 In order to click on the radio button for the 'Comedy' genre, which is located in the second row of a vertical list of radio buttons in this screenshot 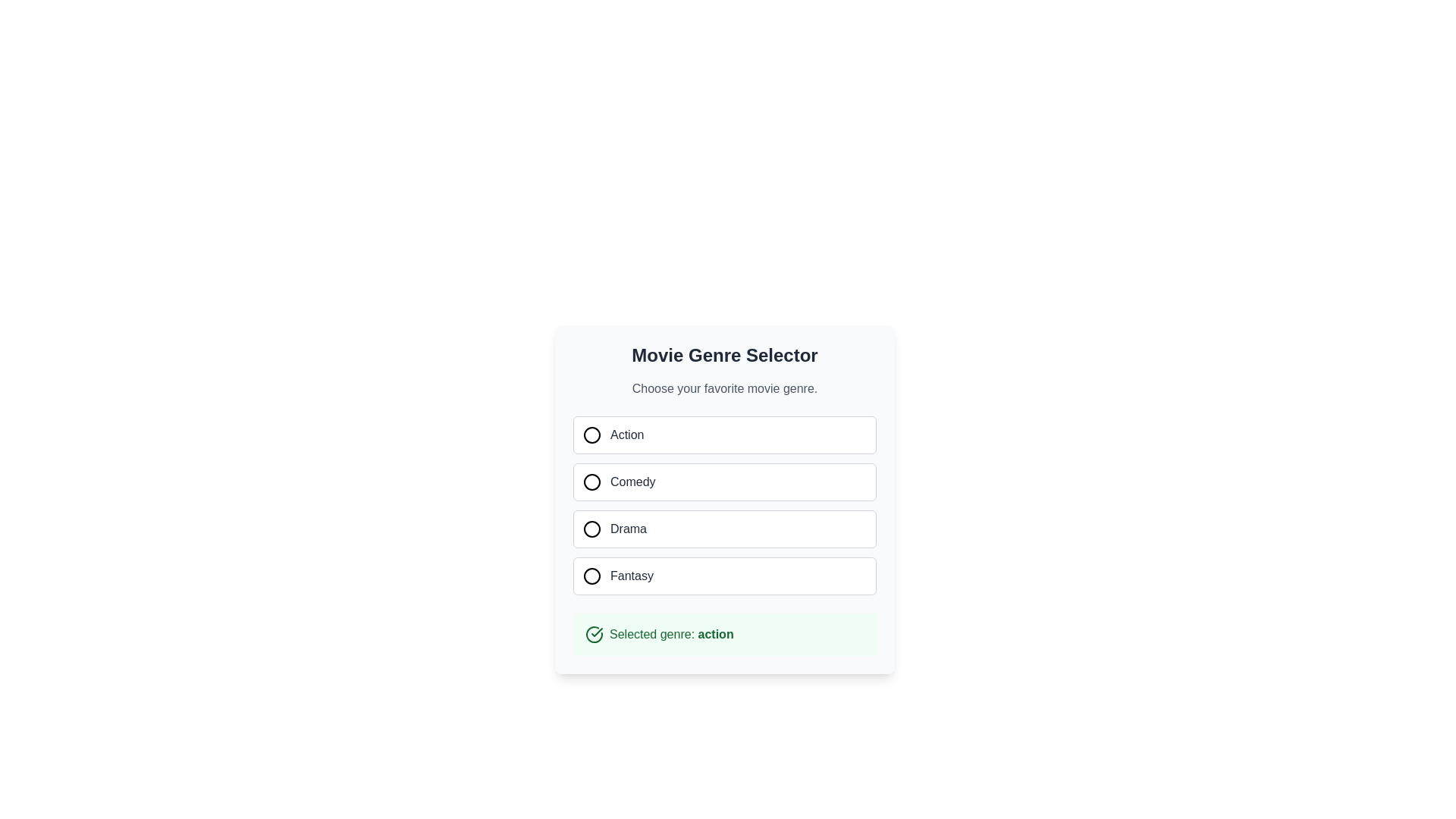, I will do `click(591, 482)`.